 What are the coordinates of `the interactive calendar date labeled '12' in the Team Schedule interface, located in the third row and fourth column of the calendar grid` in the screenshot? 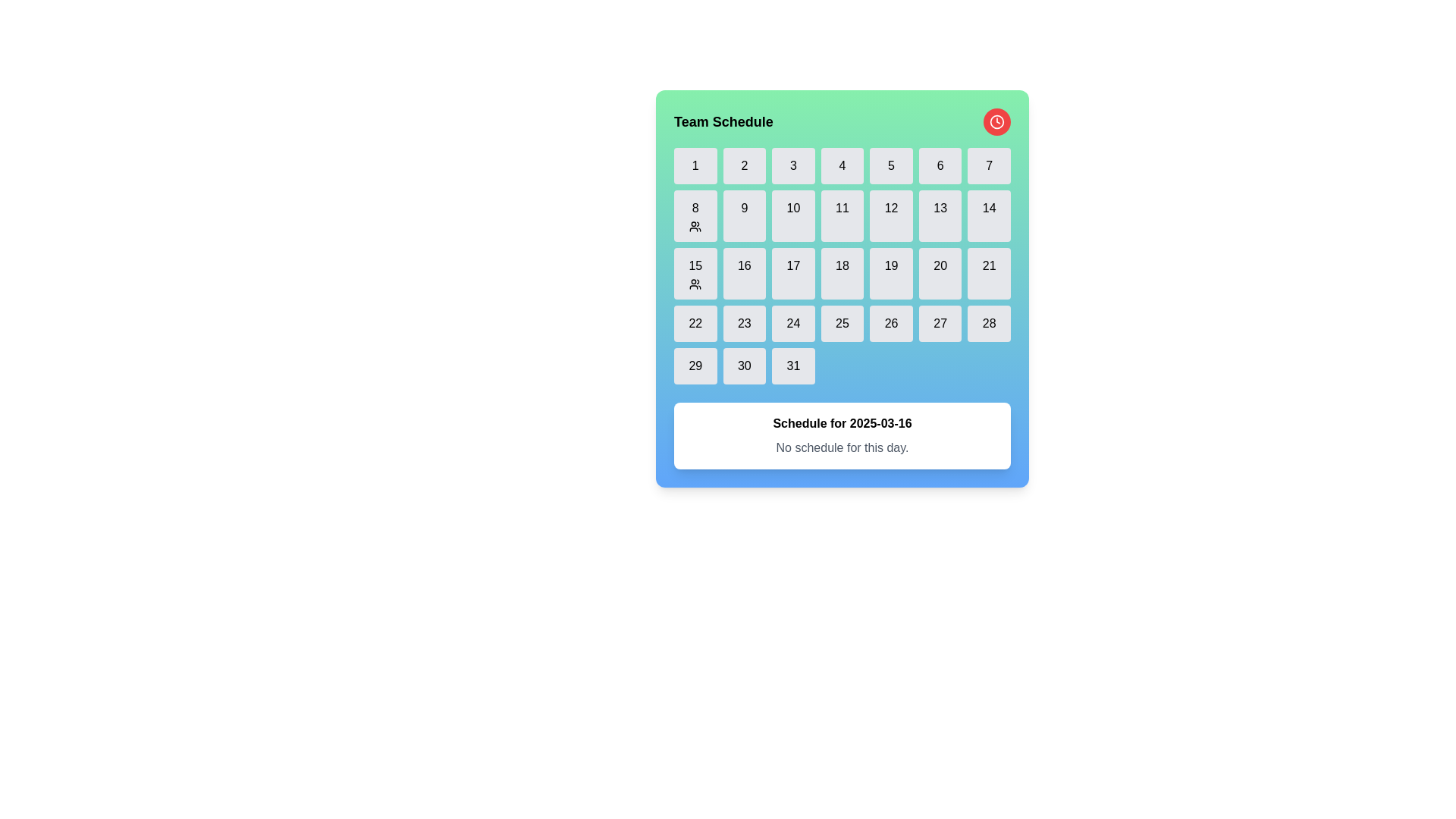 It's located at (891, 208).